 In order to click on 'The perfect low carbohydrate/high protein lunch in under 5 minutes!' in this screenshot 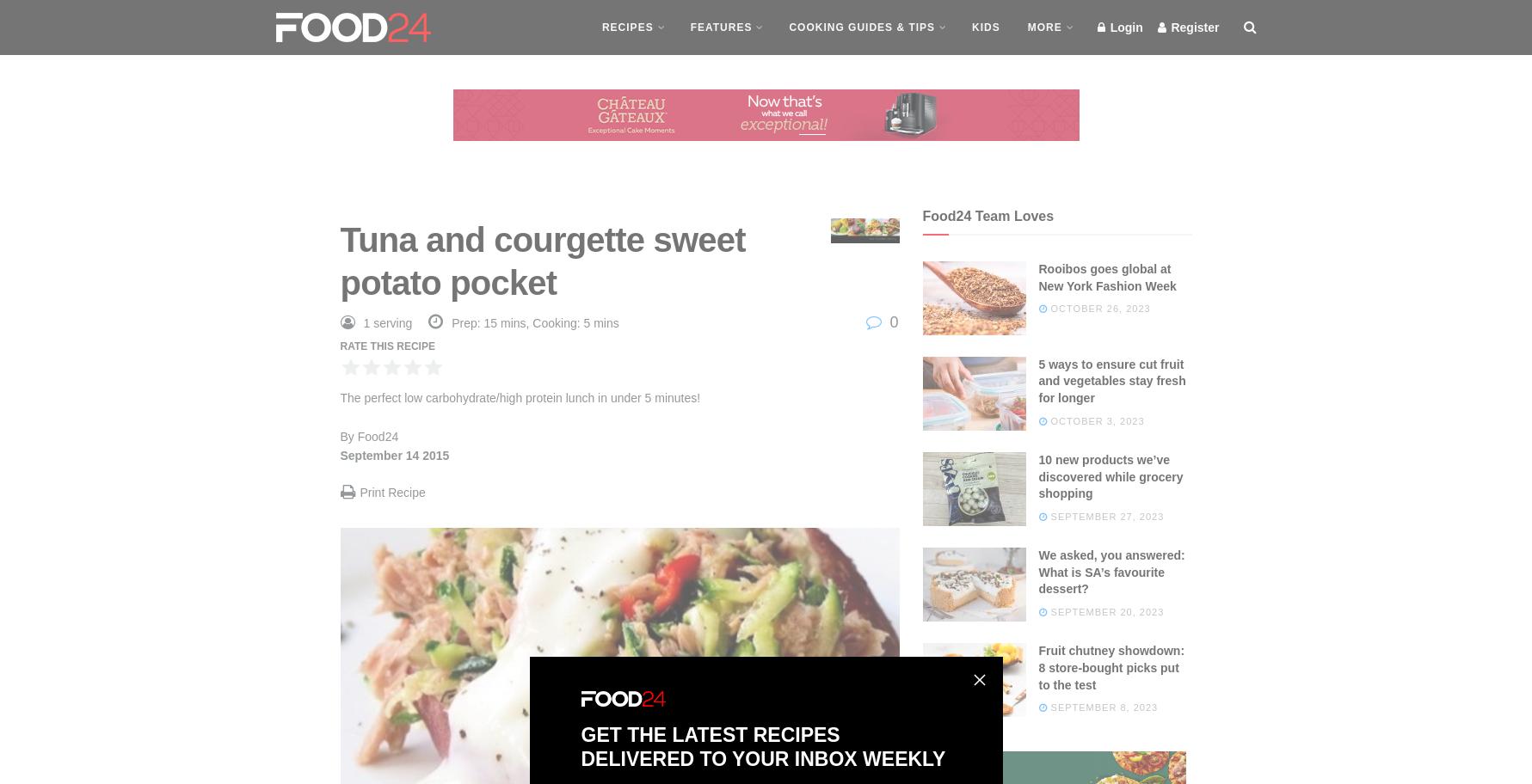, I will do `click(519, 398)`.